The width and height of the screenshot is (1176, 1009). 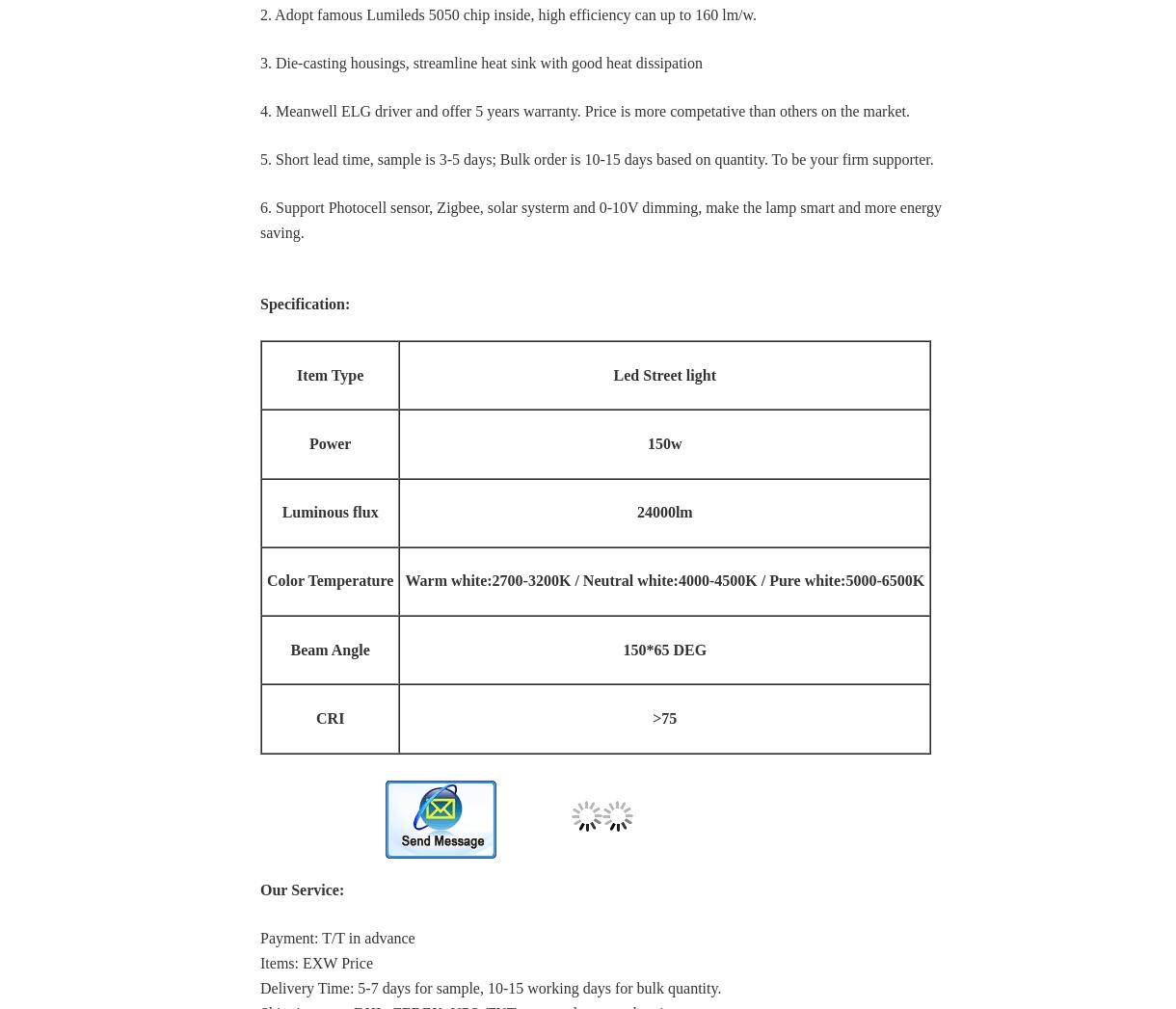 I want to click on 'Payment: T/T in advance', so click(x=258, y=936).